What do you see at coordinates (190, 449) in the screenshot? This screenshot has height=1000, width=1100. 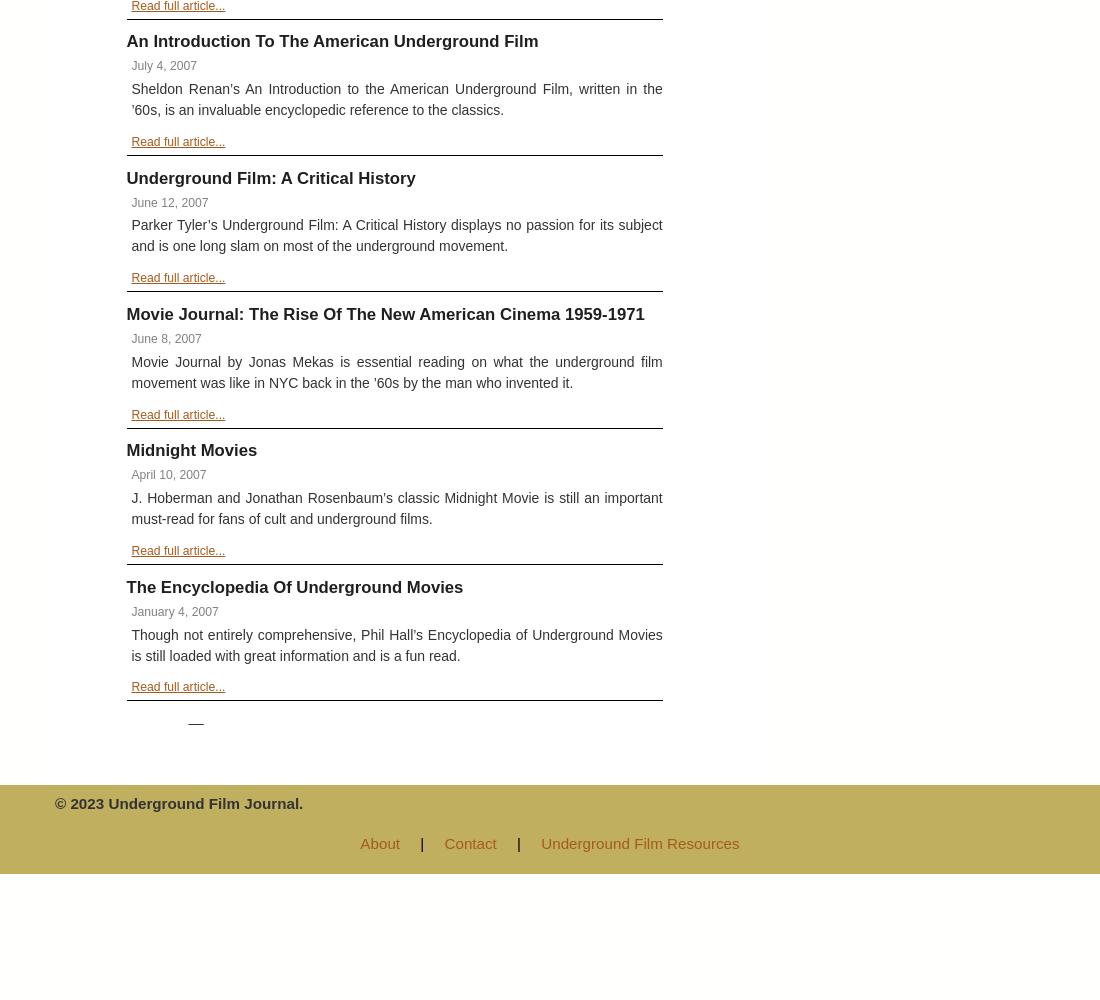 I see `'Midnight Movies'` at bounding box center [190, 449].